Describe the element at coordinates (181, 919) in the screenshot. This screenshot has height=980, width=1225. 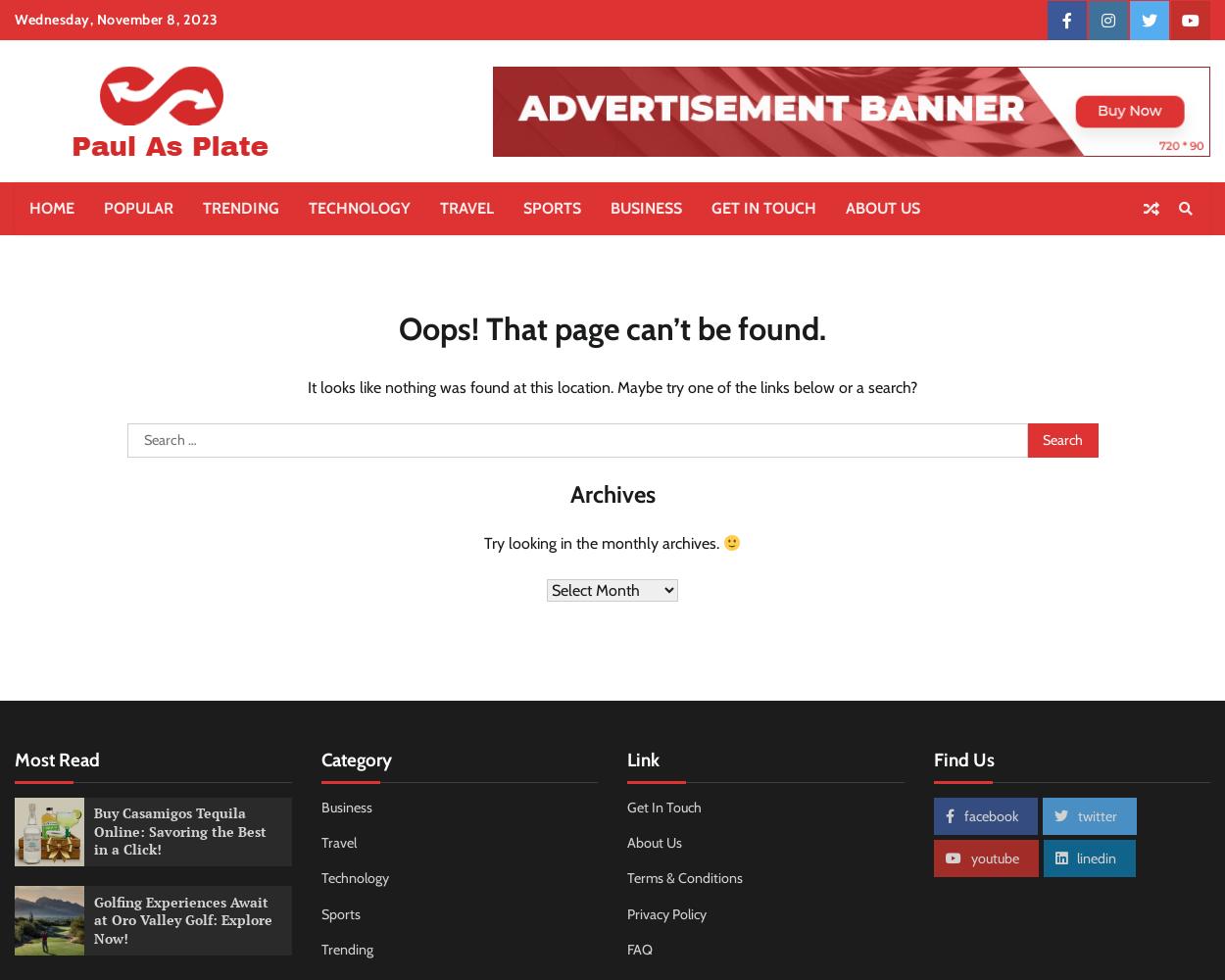
I see `'Golfing Experiences Await at Oro Valley Golf: Explore Now!'` at that location.